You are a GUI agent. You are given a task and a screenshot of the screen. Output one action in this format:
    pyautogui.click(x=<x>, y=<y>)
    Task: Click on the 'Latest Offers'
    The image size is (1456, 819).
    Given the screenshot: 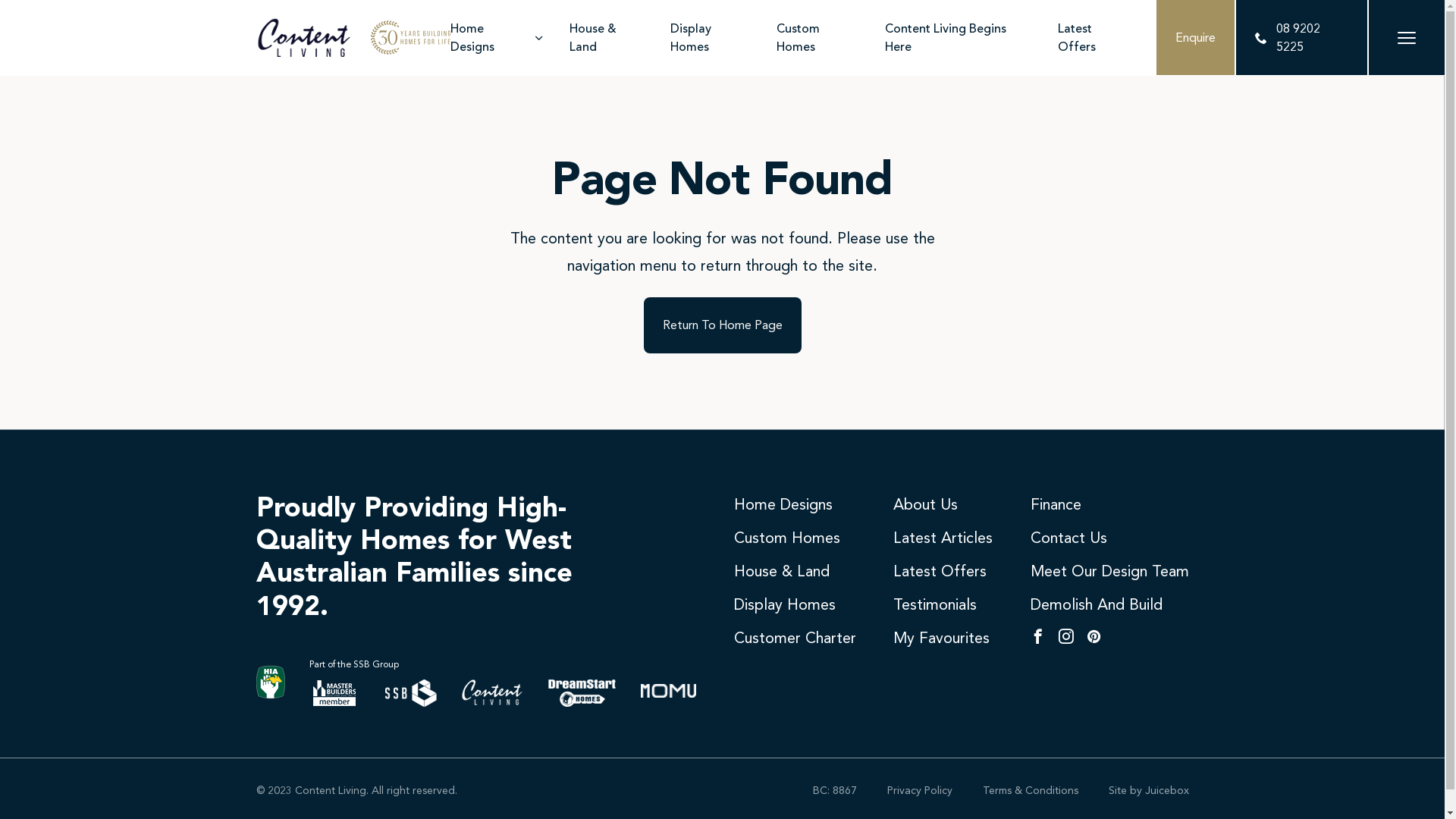 What is the action you would take?
    pyautogui.click(x=939, y=570)
    